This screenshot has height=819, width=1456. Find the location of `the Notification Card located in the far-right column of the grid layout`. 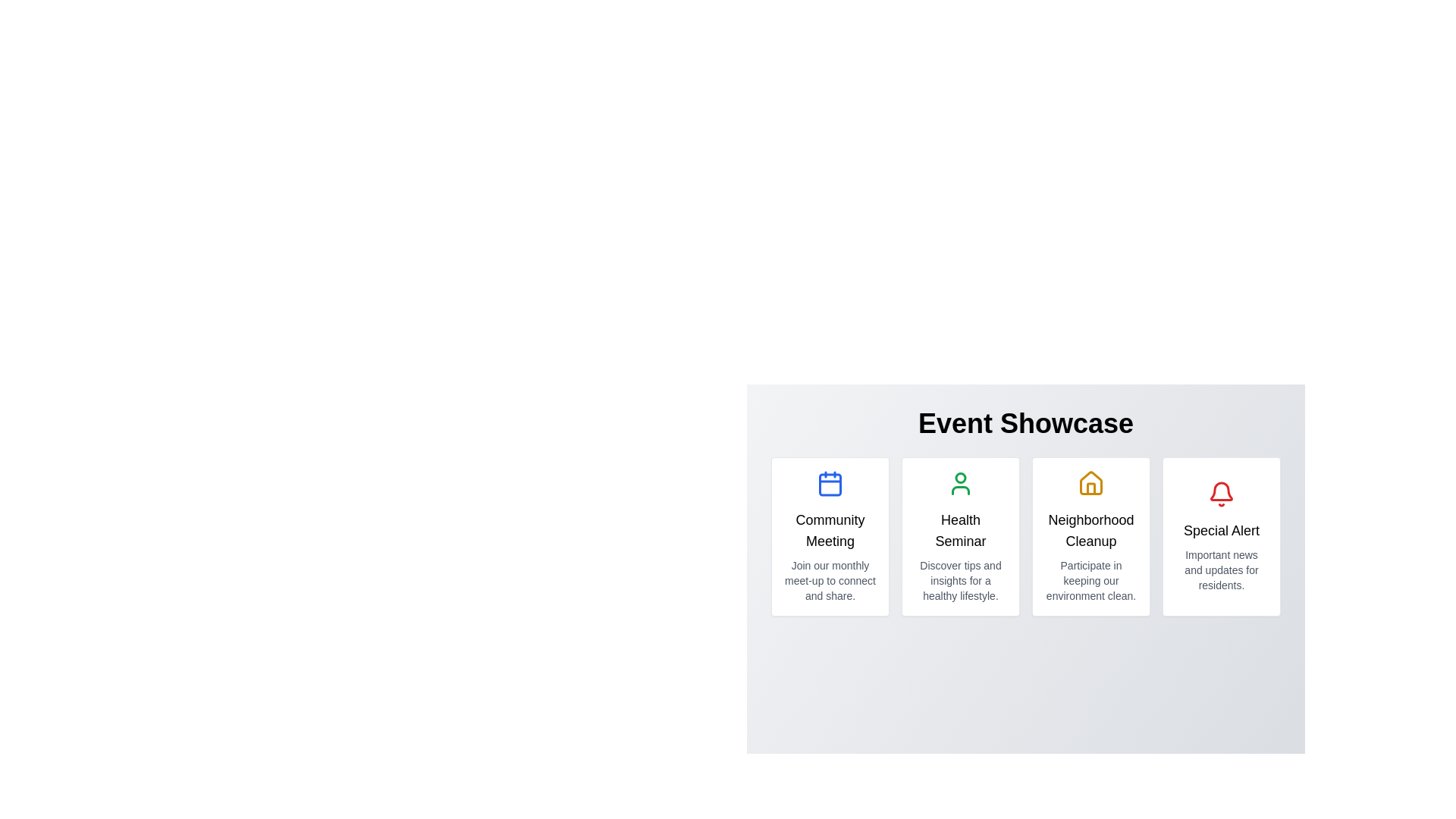

the Notification Card located in the far-right column of the grid layout is located at coordinates (1222, 536).